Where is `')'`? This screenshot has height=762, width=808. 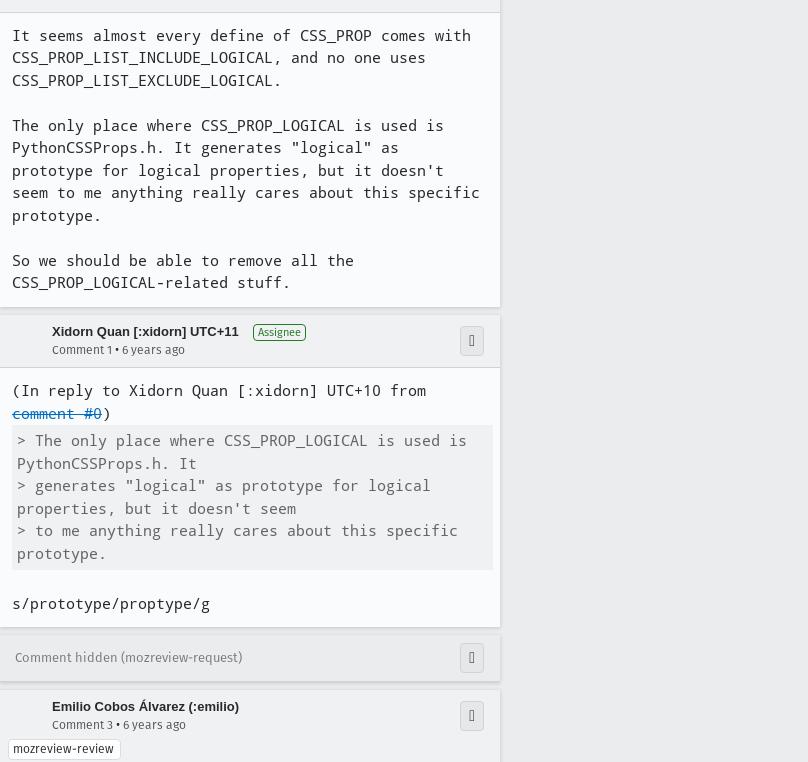
')' is located at coordinates (105, 412).